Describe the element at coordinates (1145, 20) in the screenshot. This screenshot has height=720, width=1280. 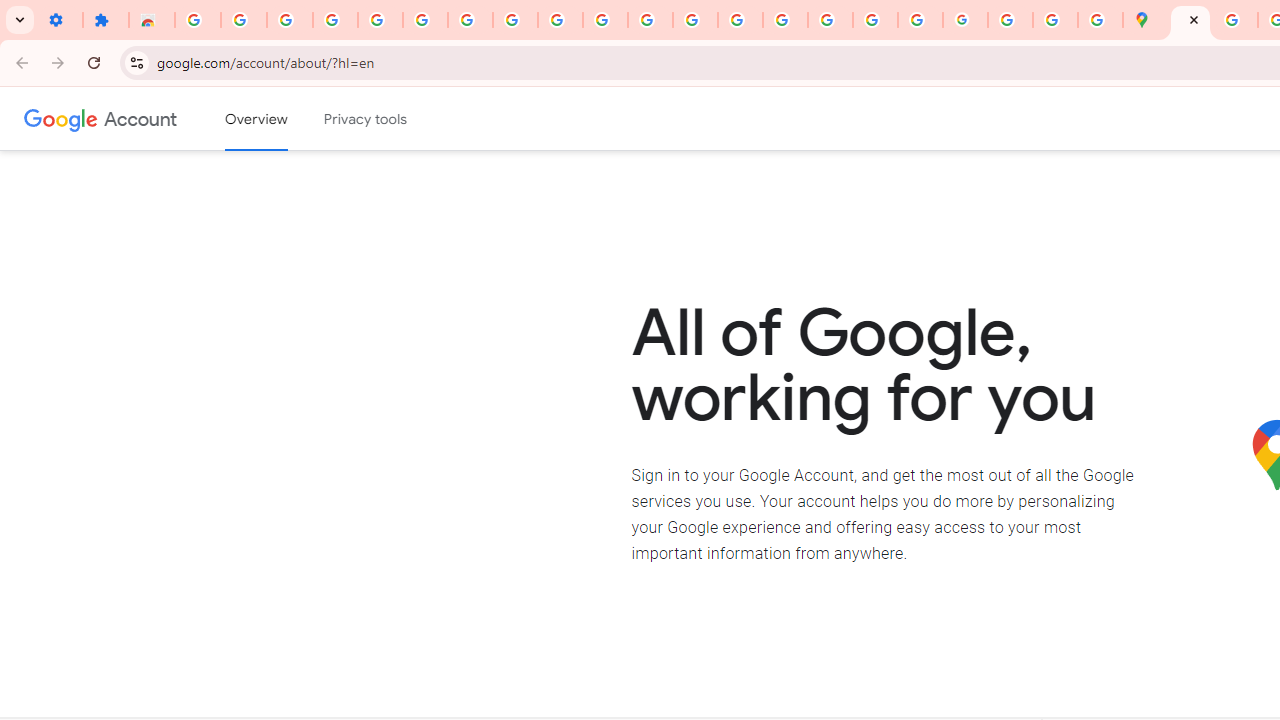
I see `'Google Maps'` at that location.